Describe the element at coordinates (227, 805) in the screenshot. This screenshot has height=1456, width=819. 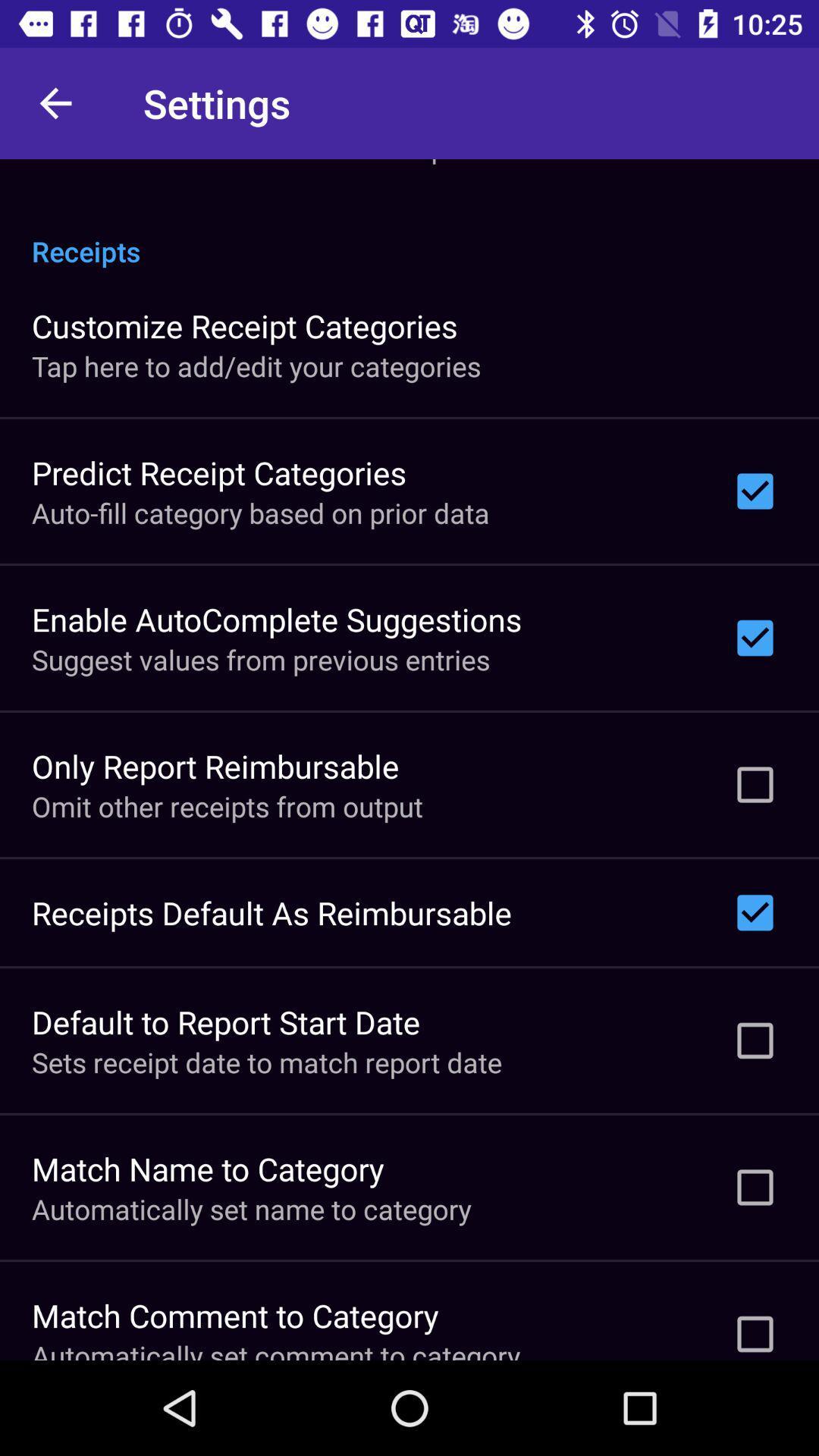
I see `the item above receipts default as` at that location.